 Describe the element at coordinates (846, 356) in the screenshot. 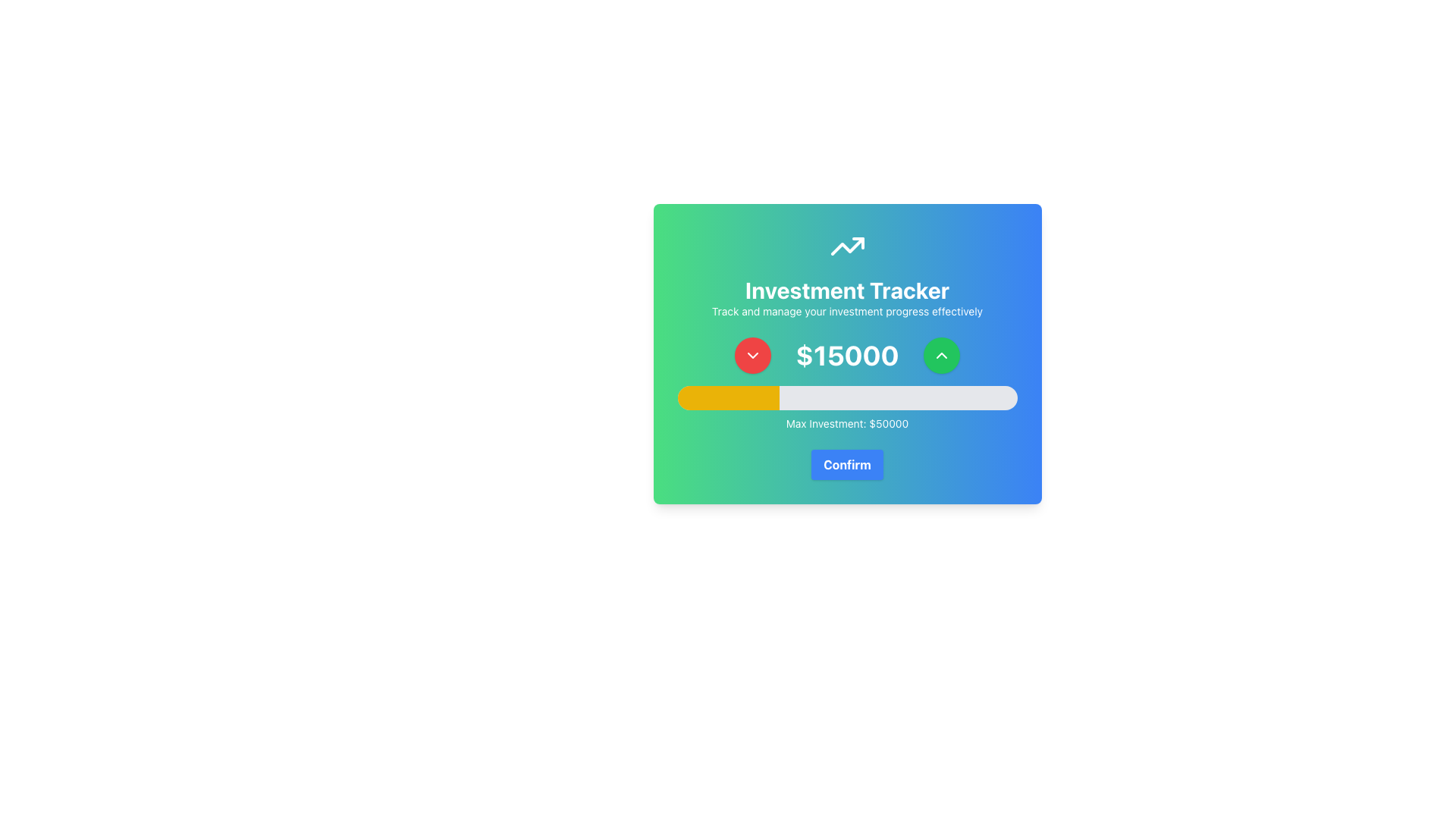

I see `text value displayed as '$15000' in large, bold font, centrally located below the 'Investment Tracker' header` at that location.